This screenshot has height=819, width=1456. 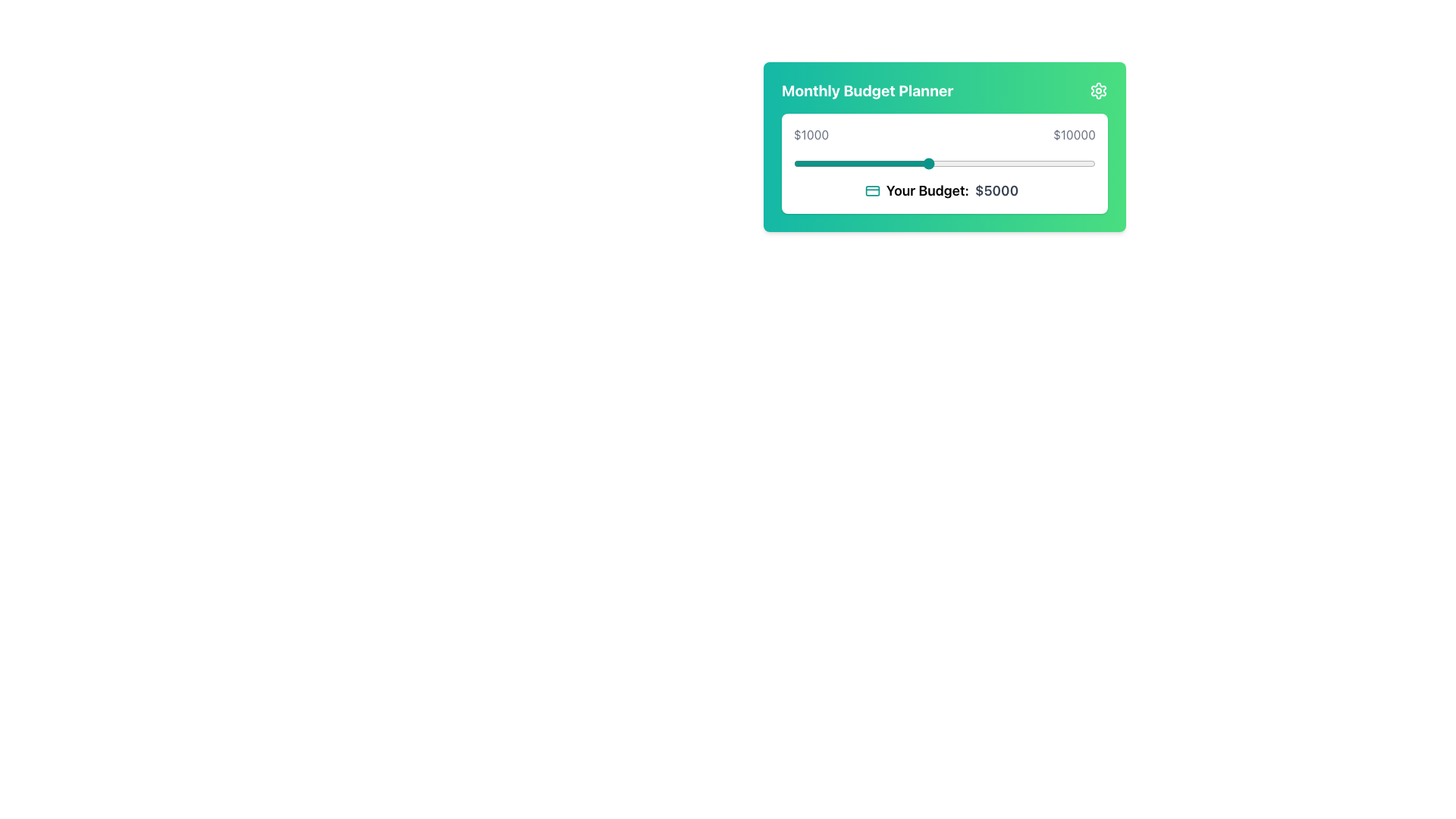 I want to click on the budget, so click(x=836, y=164).